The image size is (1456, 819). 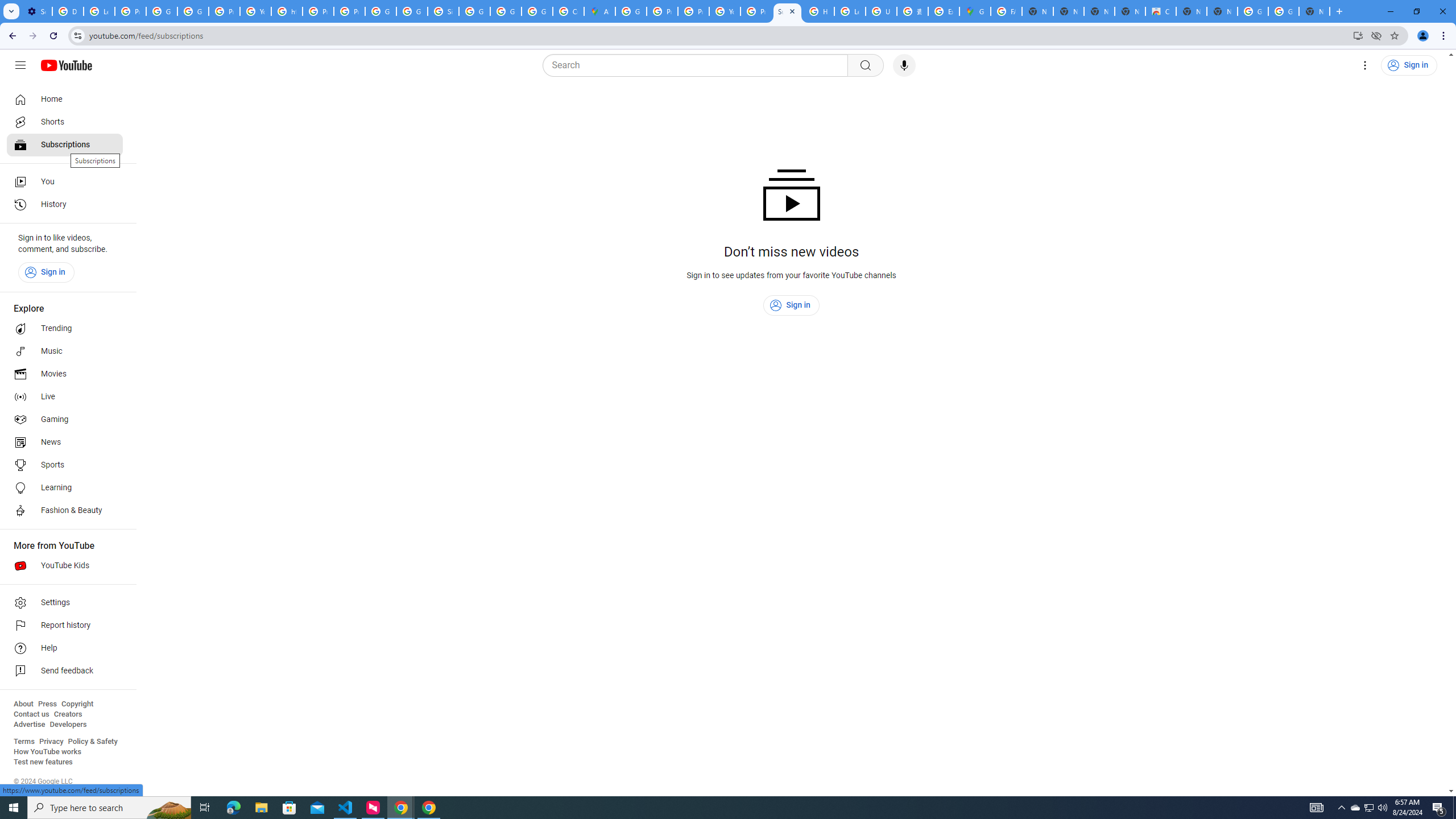 I want to click on 'Google Images', so click(x=1252, y=11).